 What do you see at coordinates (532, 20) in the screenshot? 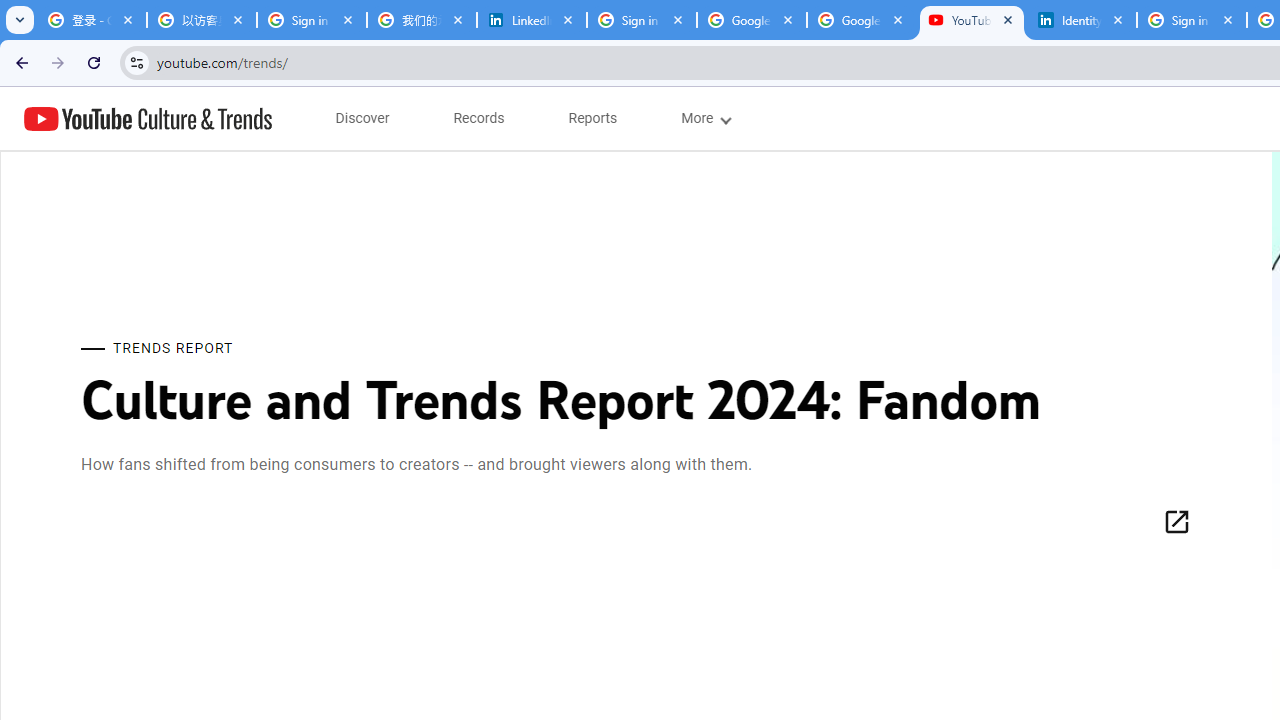
I see `'LinkedIn Privacy Policy'` at bounding box center [532, 20].